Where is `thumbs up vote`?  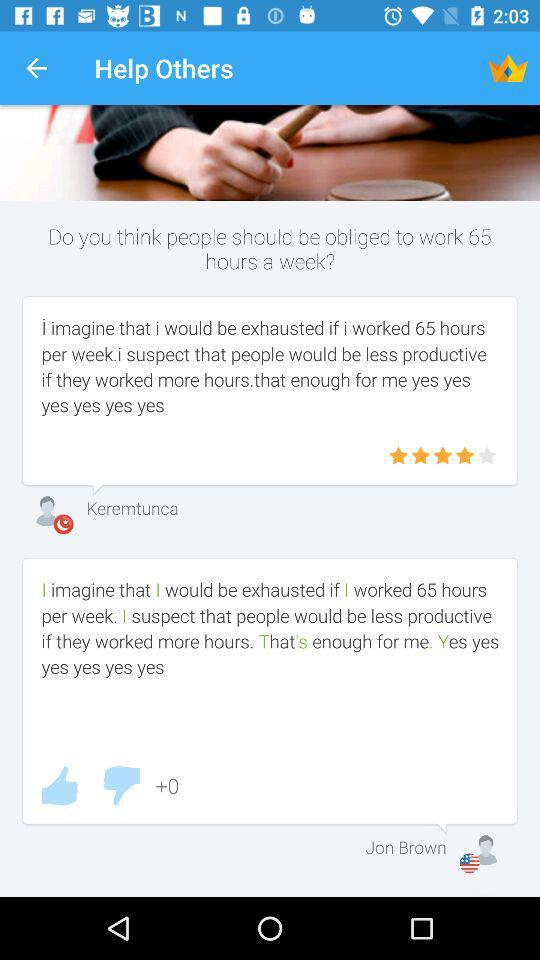 thumbs up vote is located at coordinates (59, 785).